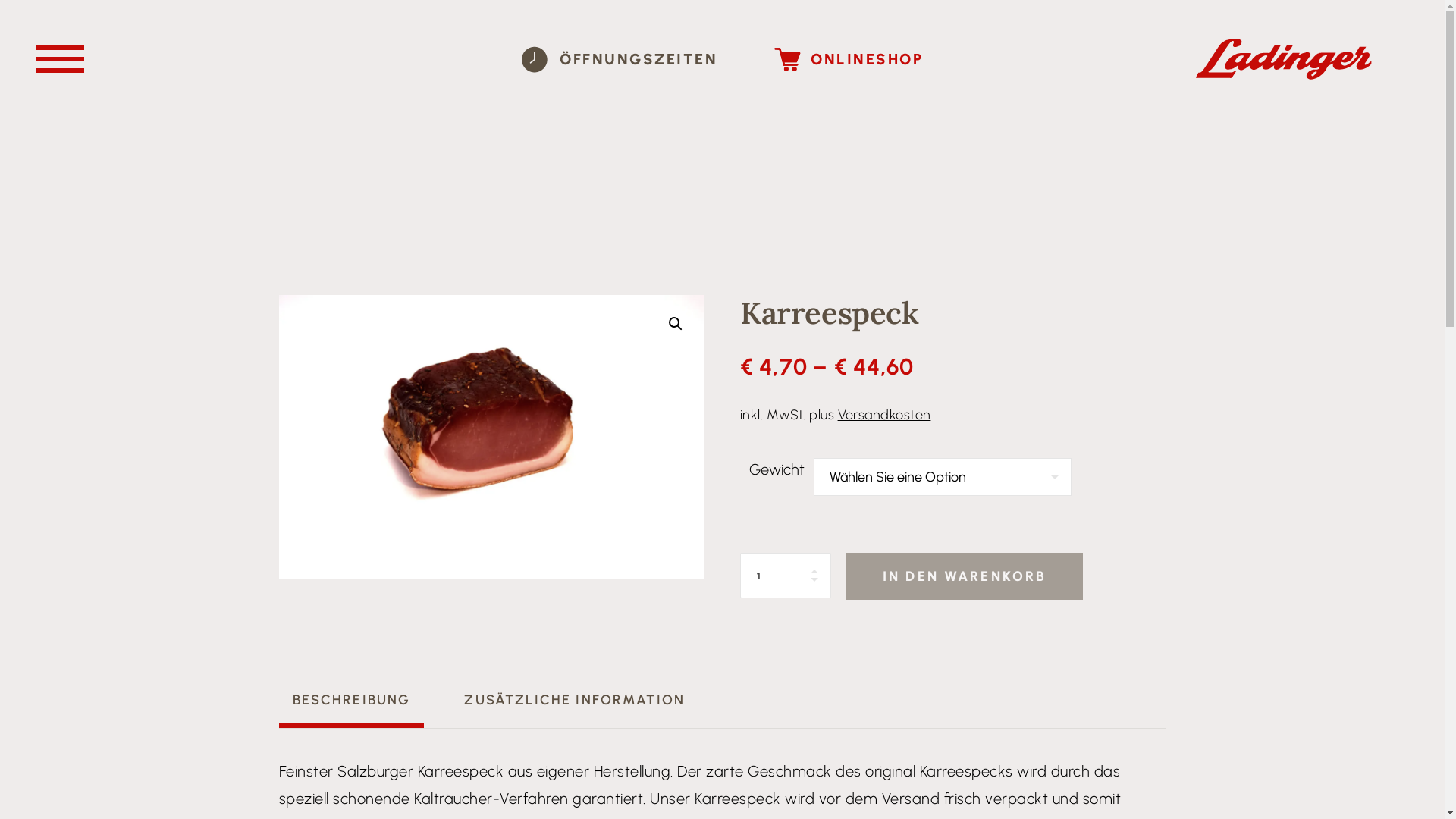 The width and height of the screenshot is (1456, 819). What do you see at coordinates (786, 576) in the screenshot?
I see `'Qty'` at bounding box center [786, 576].